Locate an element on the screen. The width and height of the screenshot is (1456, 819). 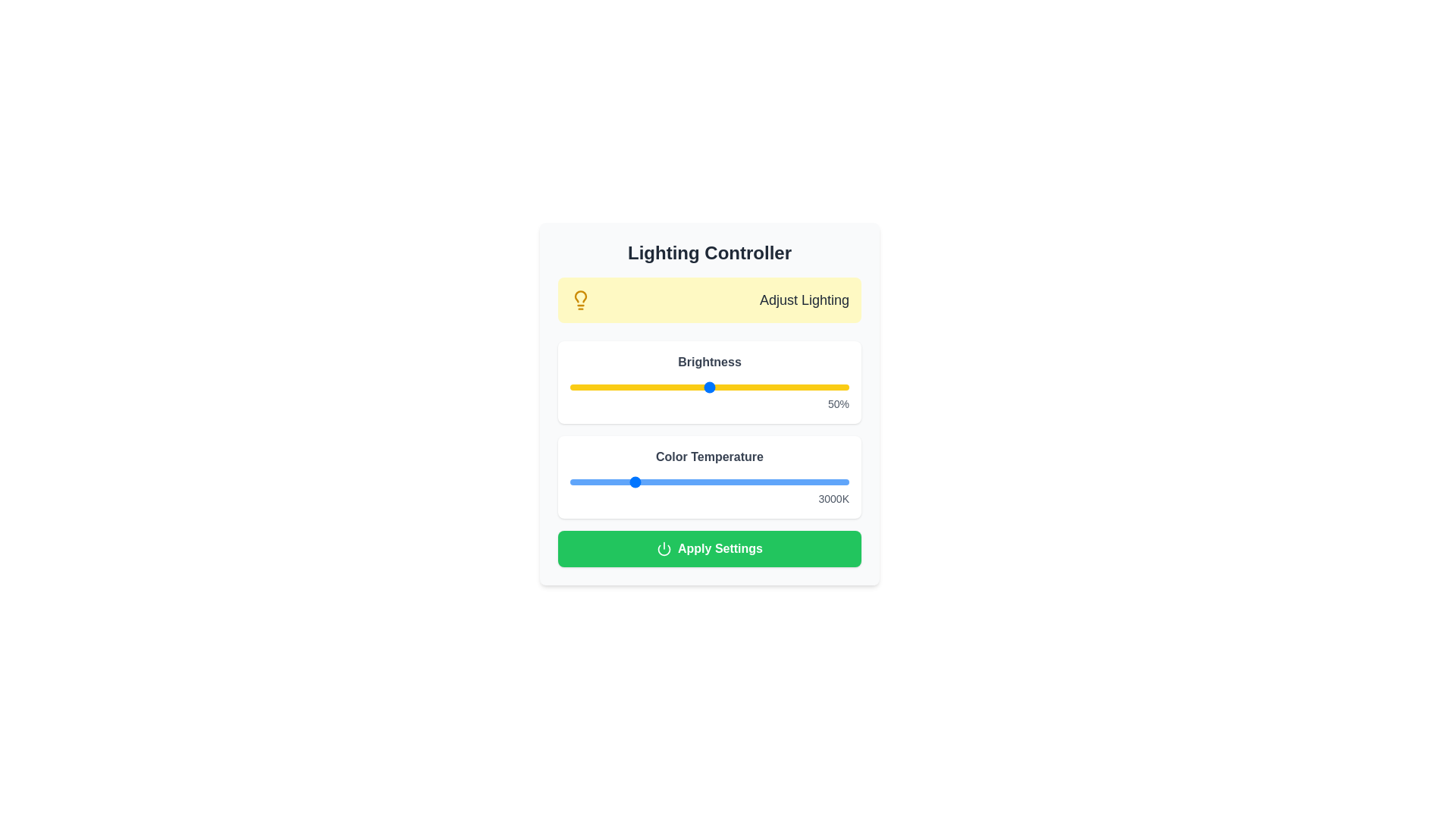
the color temperature slider to 8280 K is located at coordinates (795, 482).